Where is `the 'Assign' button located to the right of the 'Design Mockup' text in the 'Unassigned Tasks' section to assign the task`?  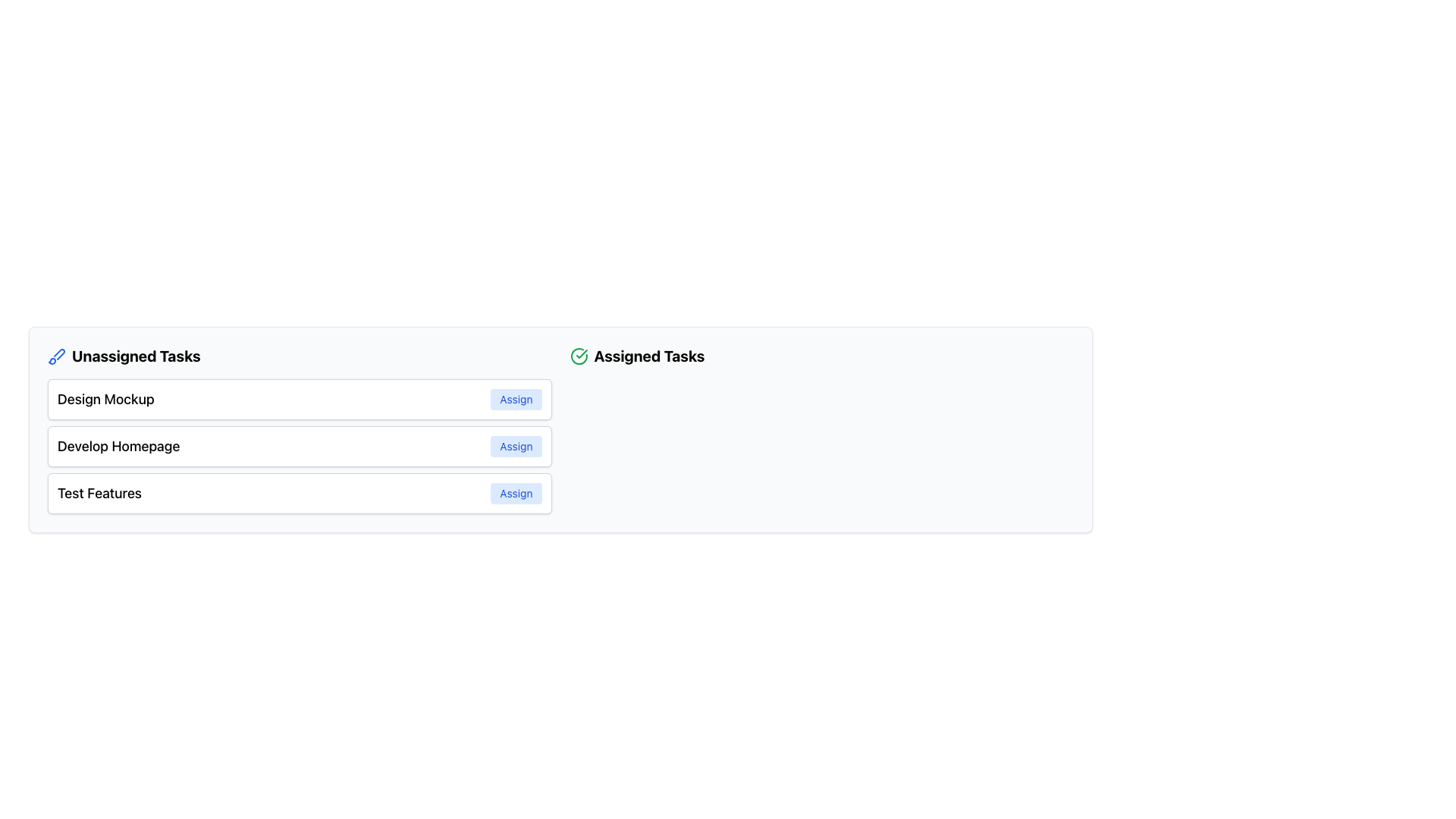
the 'Assign' button located to the right of the 'Design Mockup' text in the 'Unassigned Tasks' section to assign the task is located at coordinates (516, 399).